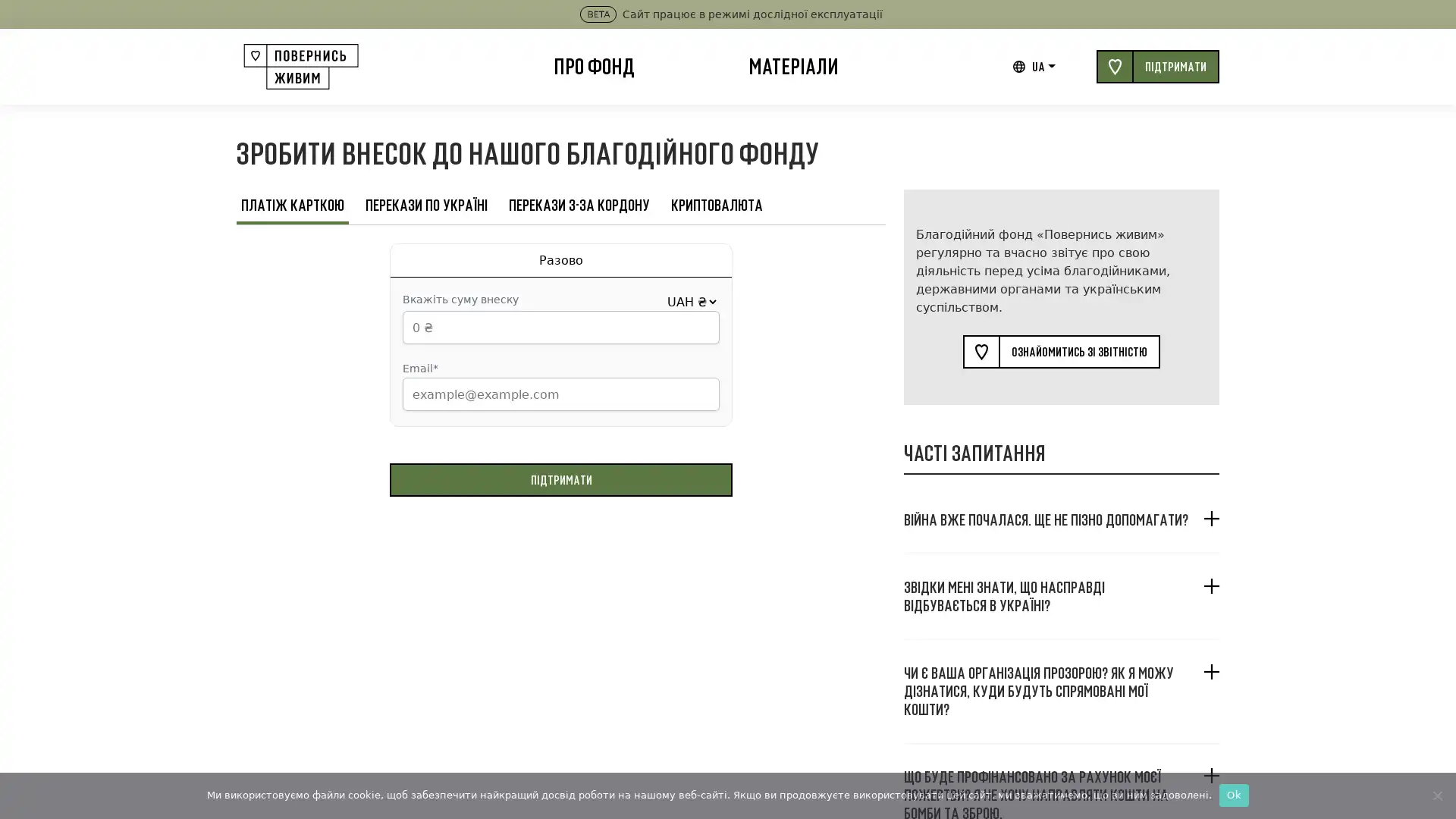 This screenshot has height=819, width=1456. What do you see at coordinates (1061, 595) in the screenshot?
I see `,     ?` at bounding box center [1061, 595].